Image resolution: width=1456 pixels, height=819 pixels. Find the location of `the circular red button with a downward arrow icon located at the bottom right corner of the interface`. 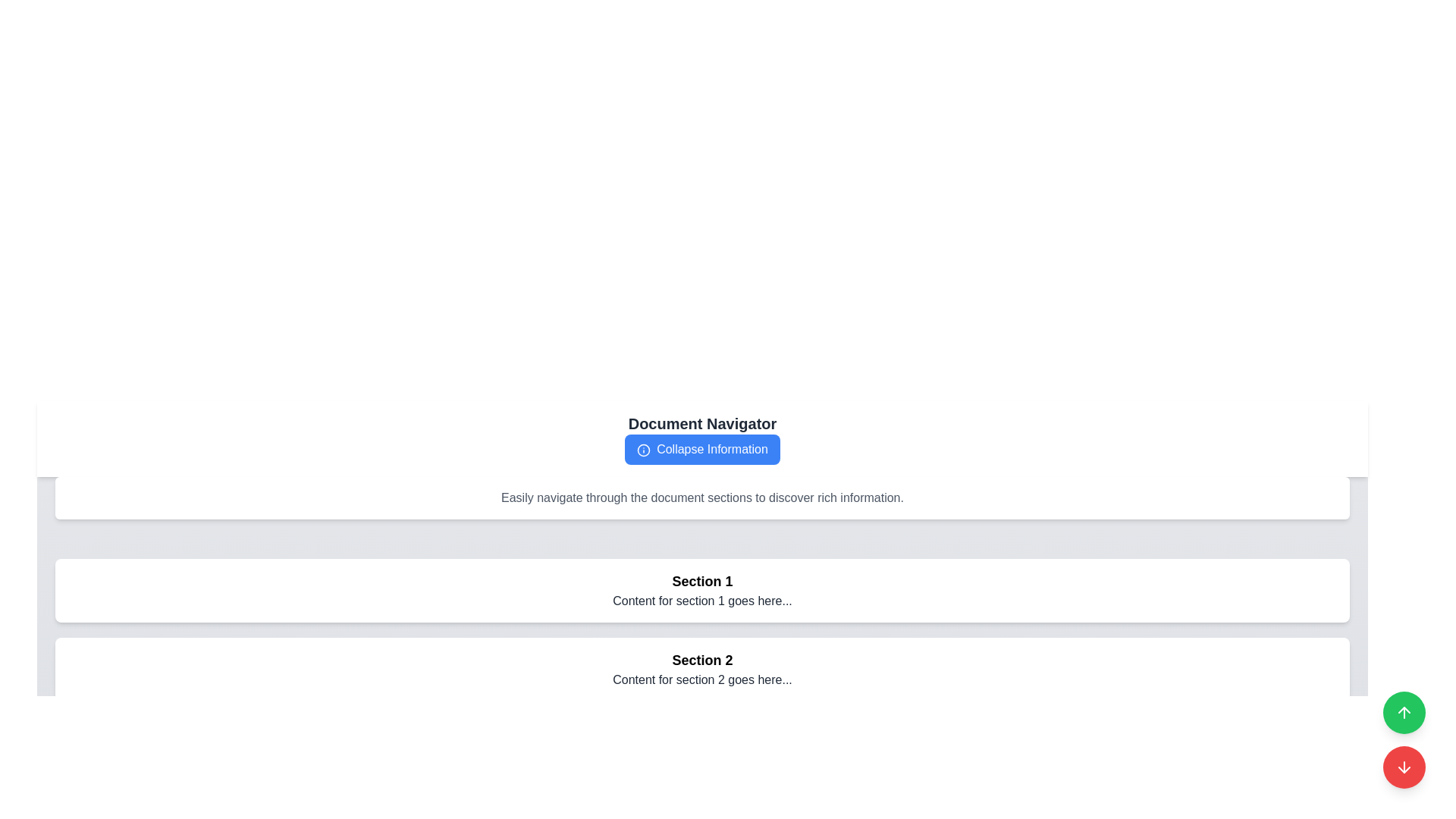

the circular red button with a downward arrow icon located at the bottom right corner of the interface is located at coordinates (1404, 767).